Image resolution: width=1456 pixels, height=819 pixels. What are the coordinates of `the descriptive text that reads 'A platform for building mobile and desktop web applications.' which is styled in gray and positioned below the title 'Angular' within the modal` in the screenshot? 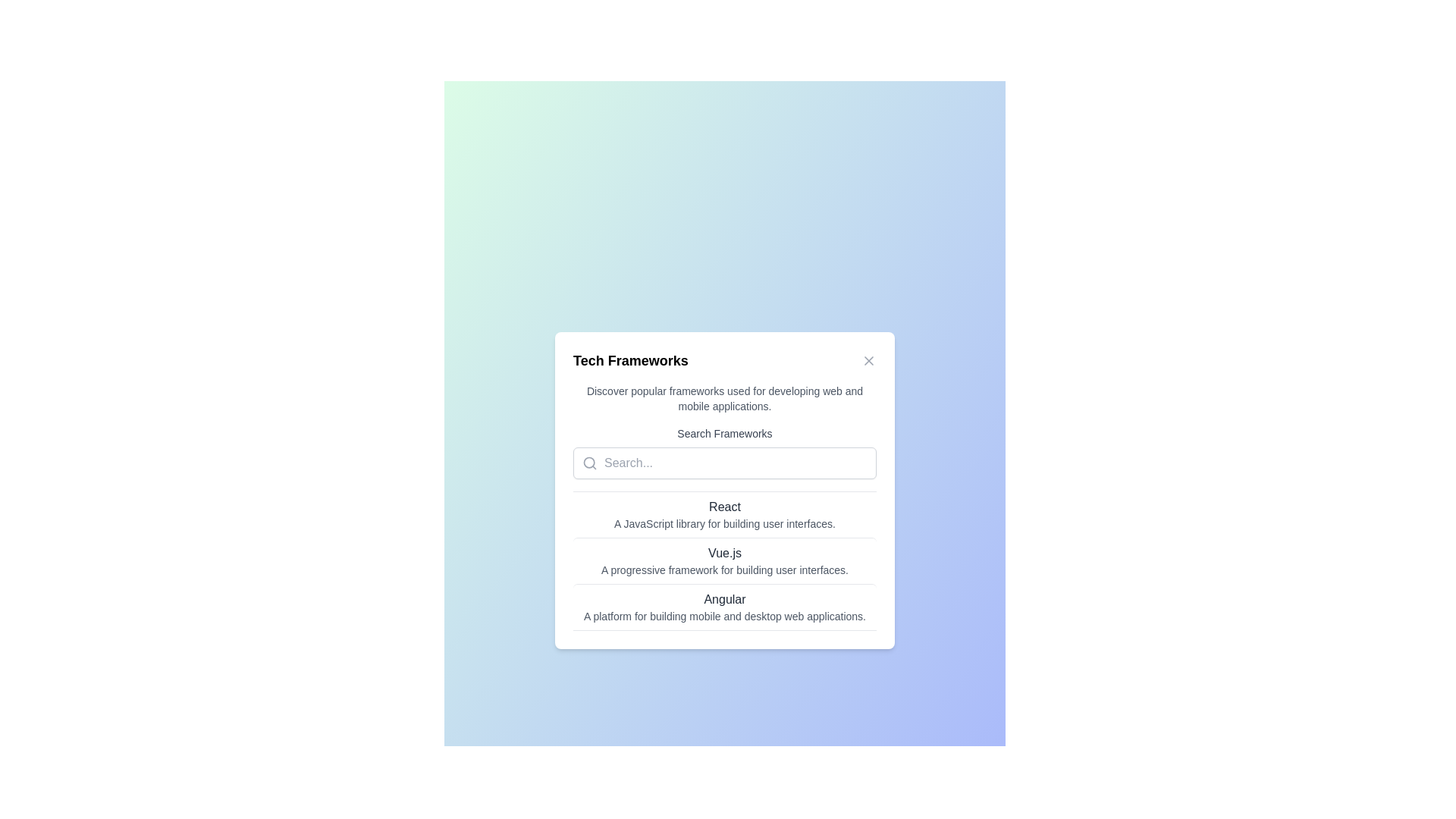 It's located at (723, 617).